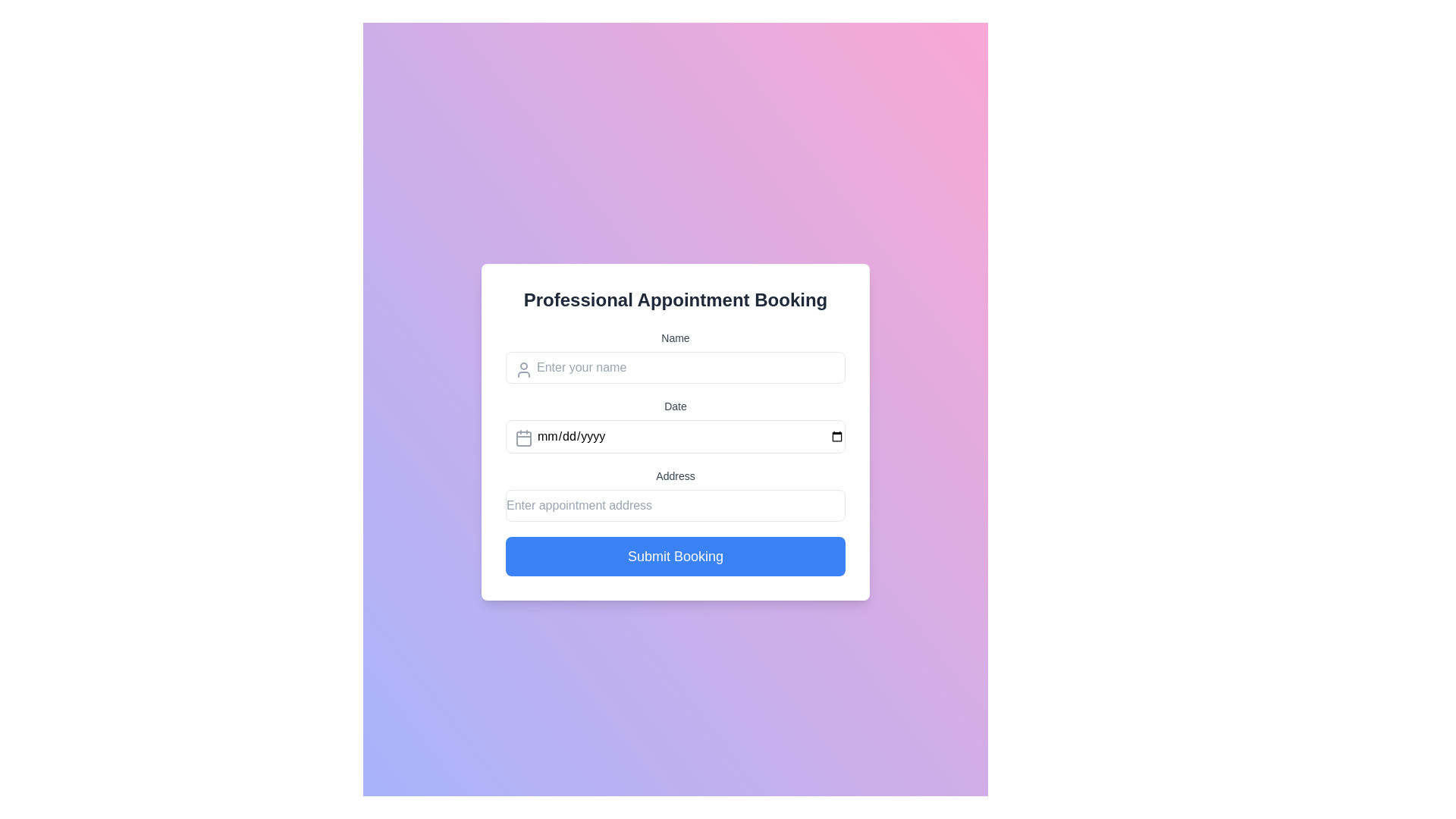  I want to click on the Decorative Icon, which is a gray outline of a user icon positioned at the top-left of the input field for entering a name, so click(524, 370).